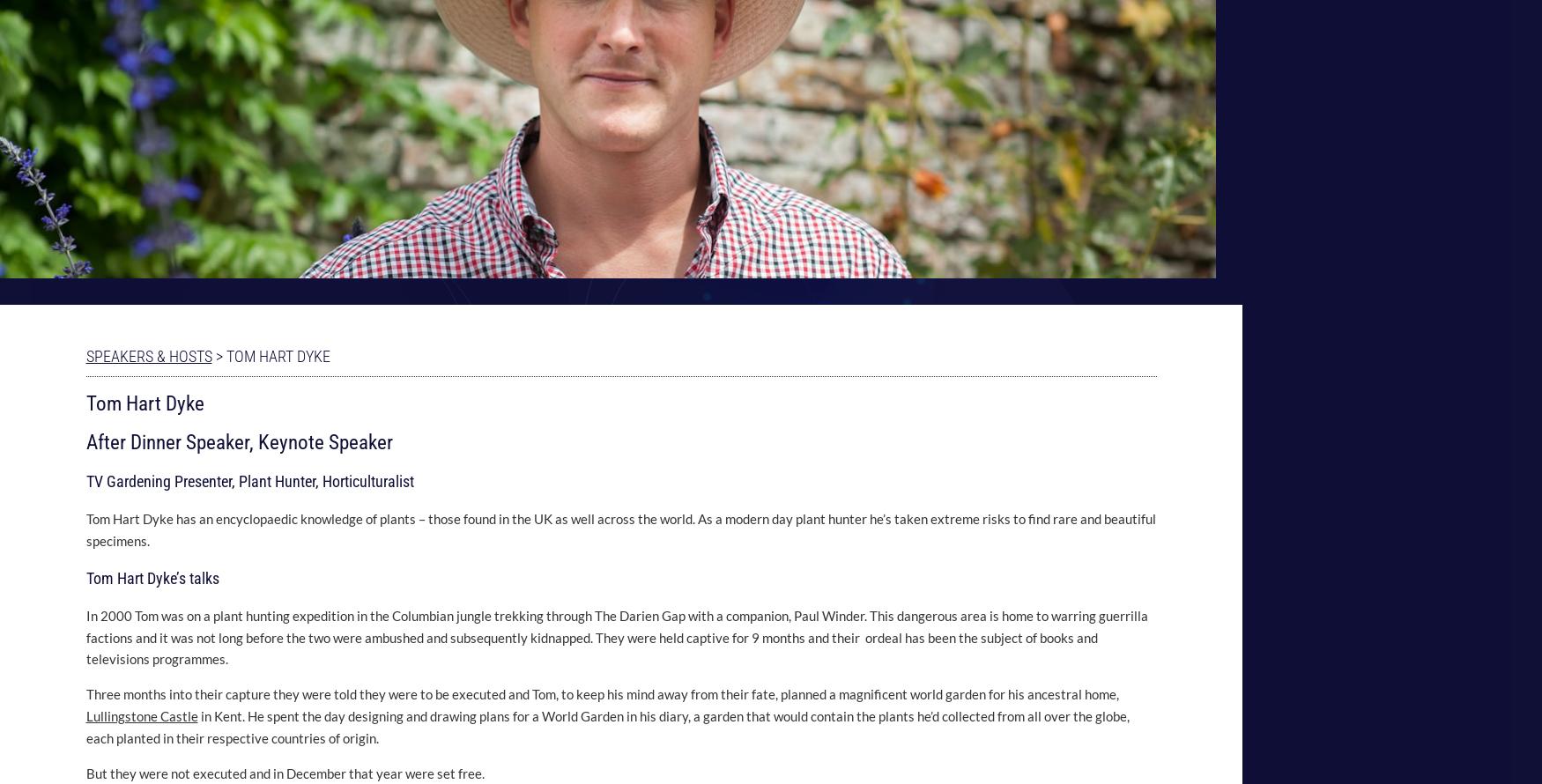 The height and width of the screenshot is (784, 1542). I want to click on '>', so click(218, 354).